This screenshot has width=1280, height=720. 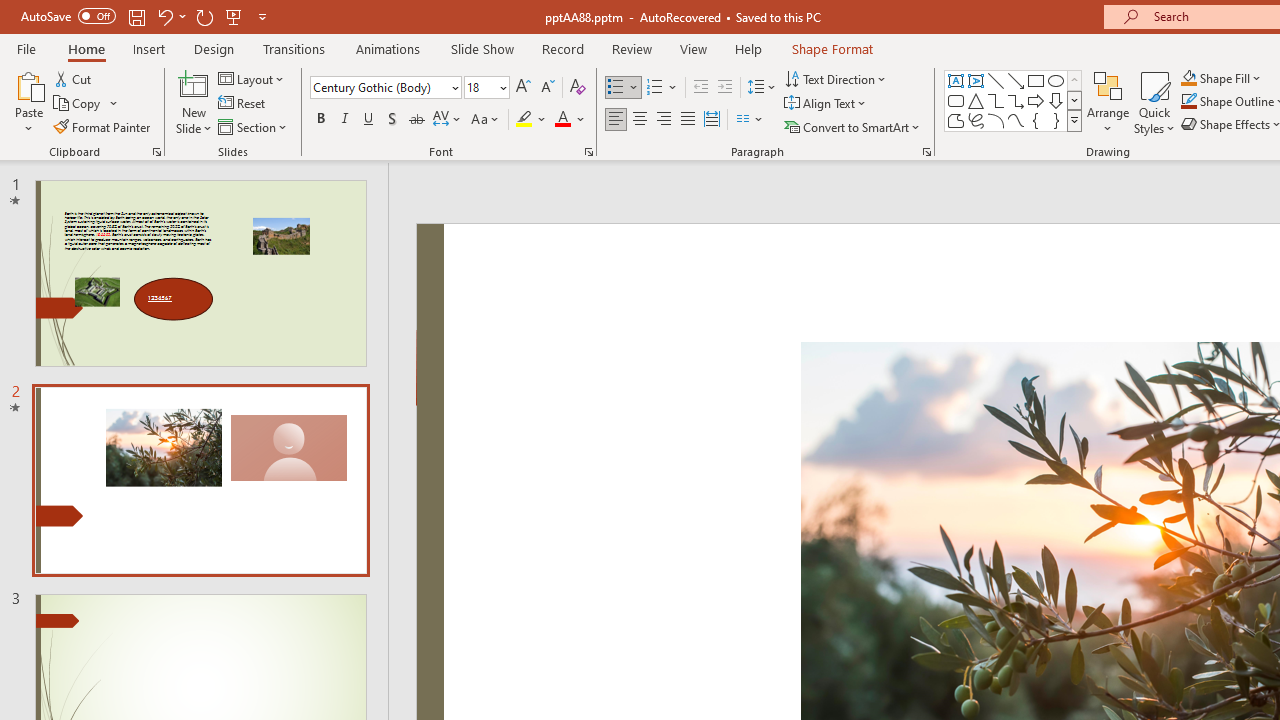 What do you see at coordinates (663, 119) in the screenshot?
I see `'Align Right'` at bounding box center [663, 119].